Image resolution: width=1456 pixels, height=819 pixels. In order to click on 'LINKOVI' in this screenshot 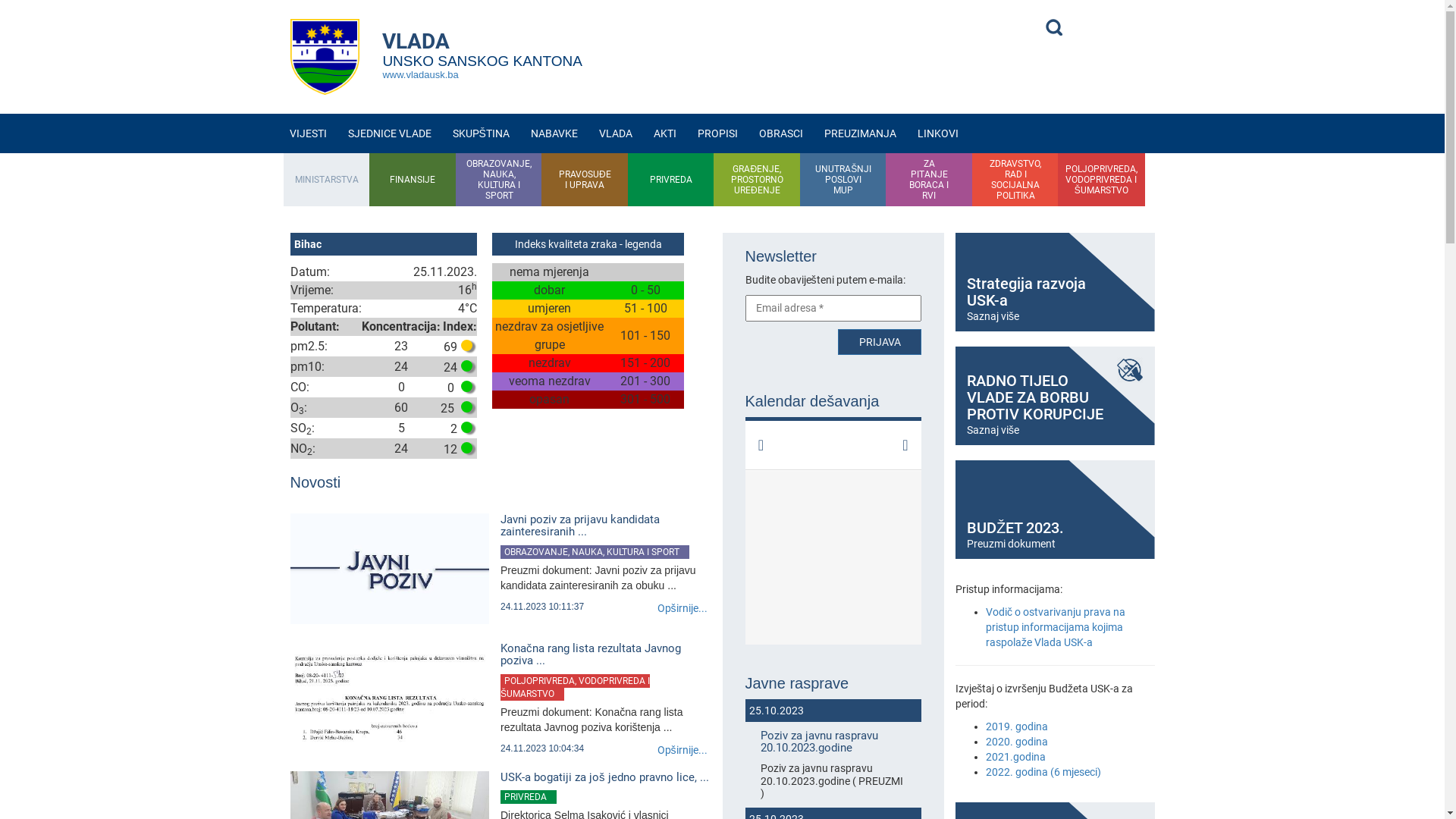, I will do `click(937, 133)`.